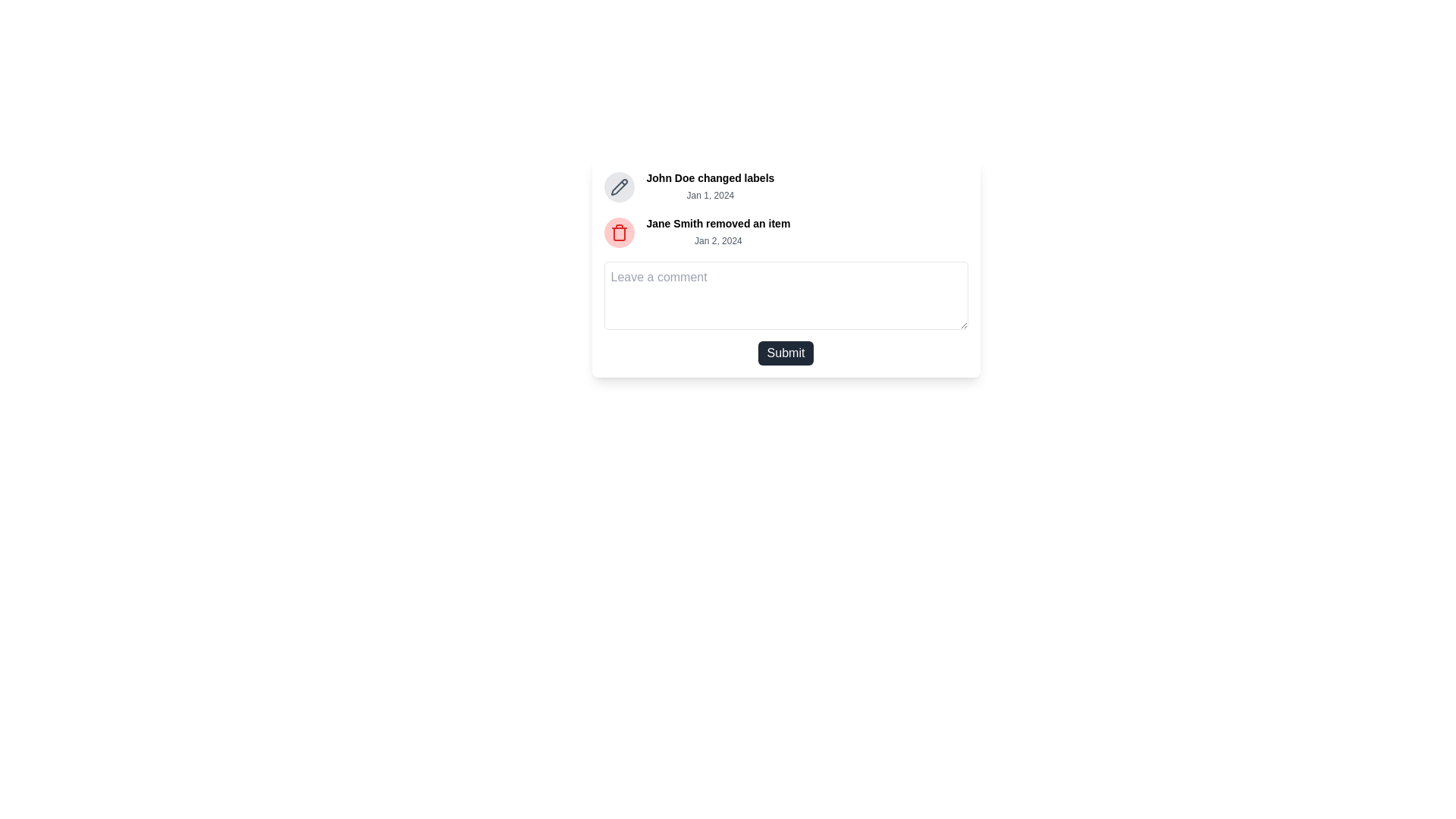 The width and height of the screenshot is (1456, 819). What do you see at coordinates (709, 177) in the screenshot?
I see `the activity information text that displays action performed by user 'John Doe', located above the date 'Jan 1, 2024' in the activity card` at bounding box center [709, 177].